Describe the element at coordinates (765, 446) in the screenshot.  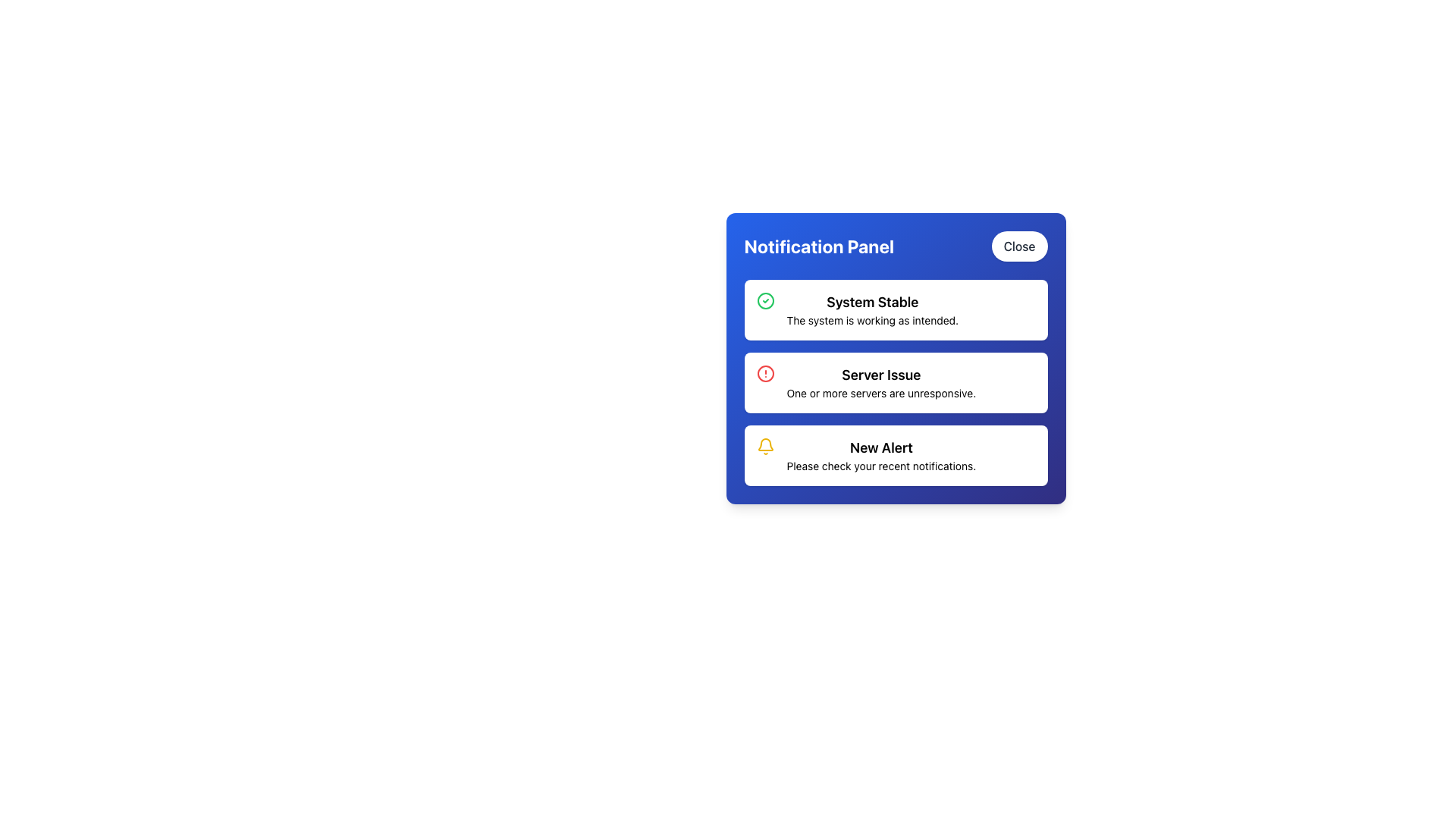
I see `the yellow bell icon indicating notifications within the 'New Alert' card, located at the top left corner of the card` at that location.